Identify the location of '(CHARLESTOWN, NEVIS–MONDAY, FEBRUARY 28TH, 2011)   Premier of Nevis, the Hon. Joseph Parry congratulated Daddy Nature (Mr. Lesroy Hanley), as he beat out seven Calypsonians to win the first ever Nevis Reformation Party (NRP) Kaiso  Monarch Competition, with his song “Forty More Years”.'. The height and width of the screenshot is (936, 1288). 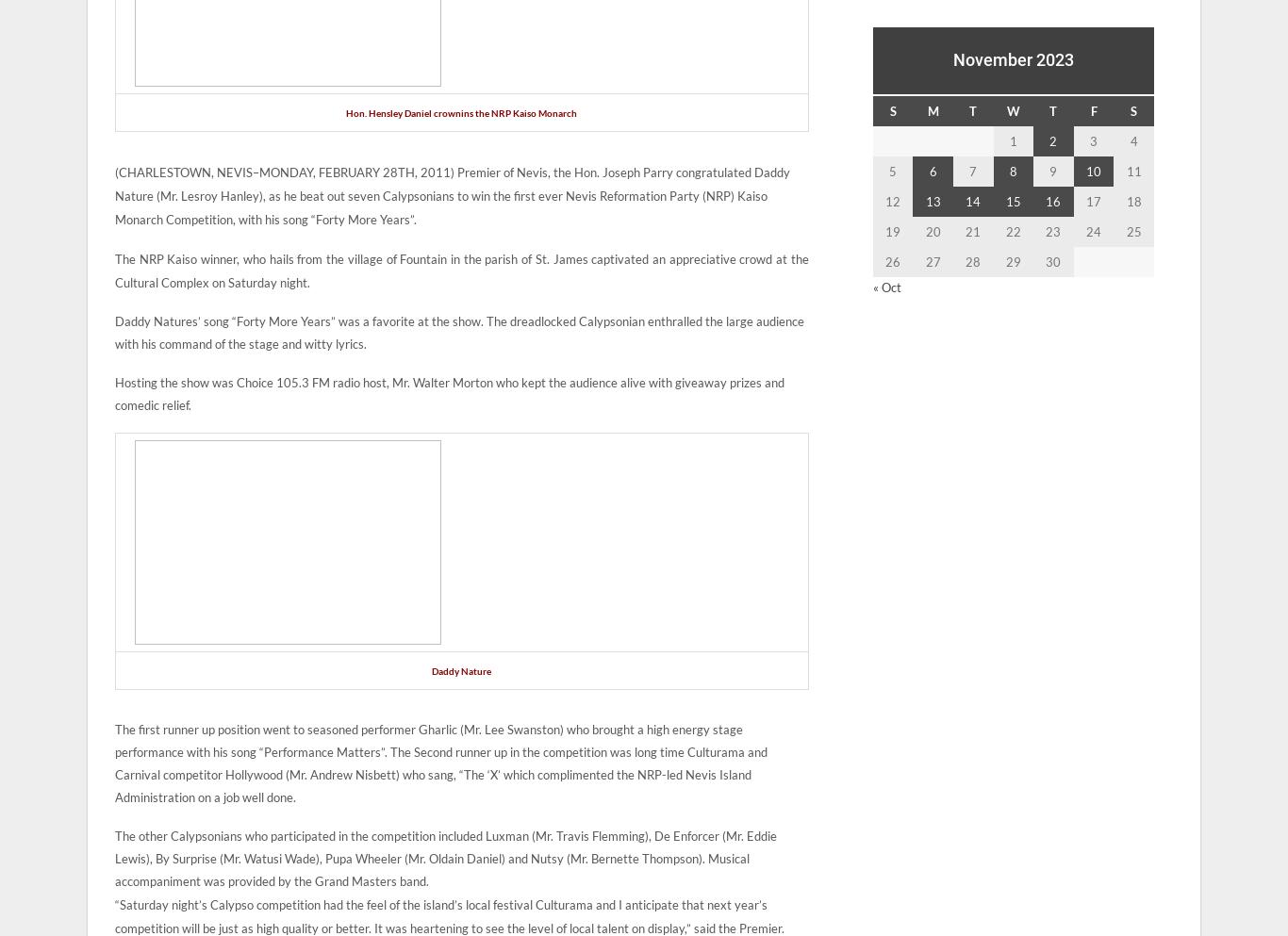
(453, 196).